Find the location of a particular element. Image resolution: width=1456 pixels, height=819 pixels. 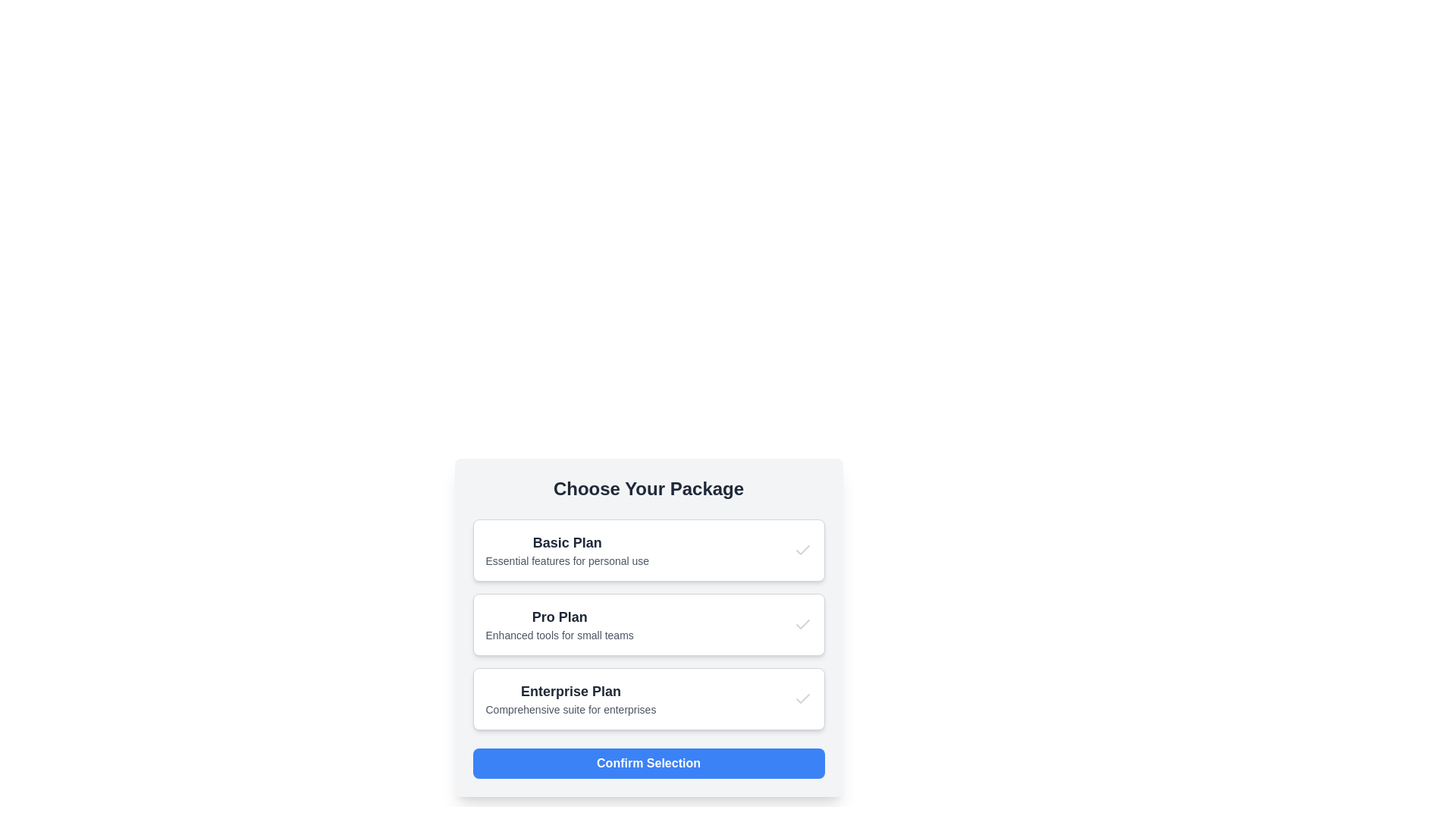

text label indicating the name of the first plan option, which is located at the top of the first card in the vertical list of plans is located at coordinates (566, 542).